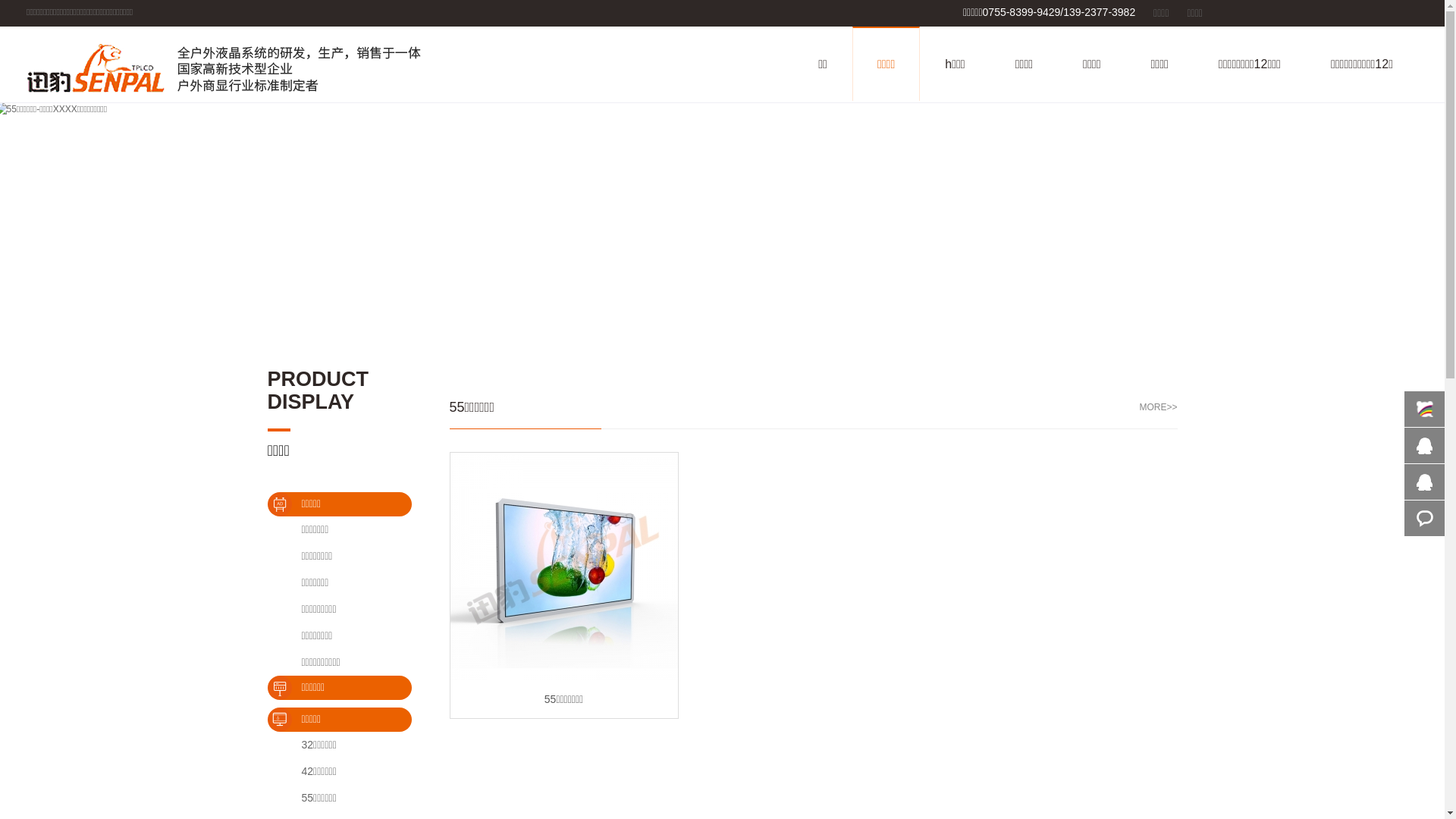  I want to click on 'MORE>>', so click(1156, 406).